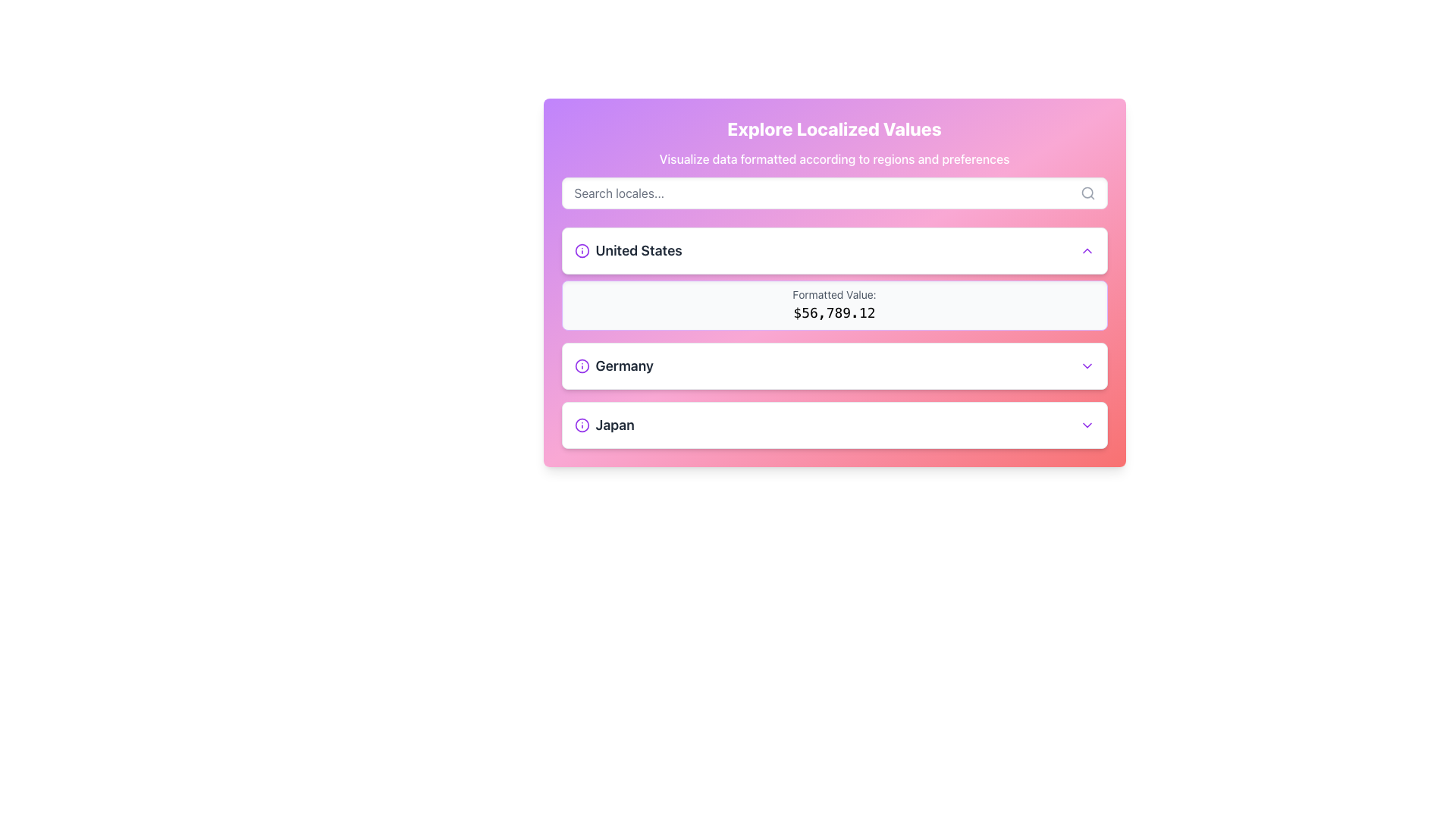 The width and height of the screenshot is (1456, 819). Describe the element at coordinates (613, 366) in the screenshot. I see `the 'Germany' text element, which is styled in bold and located next to a purple information icon` at that location.